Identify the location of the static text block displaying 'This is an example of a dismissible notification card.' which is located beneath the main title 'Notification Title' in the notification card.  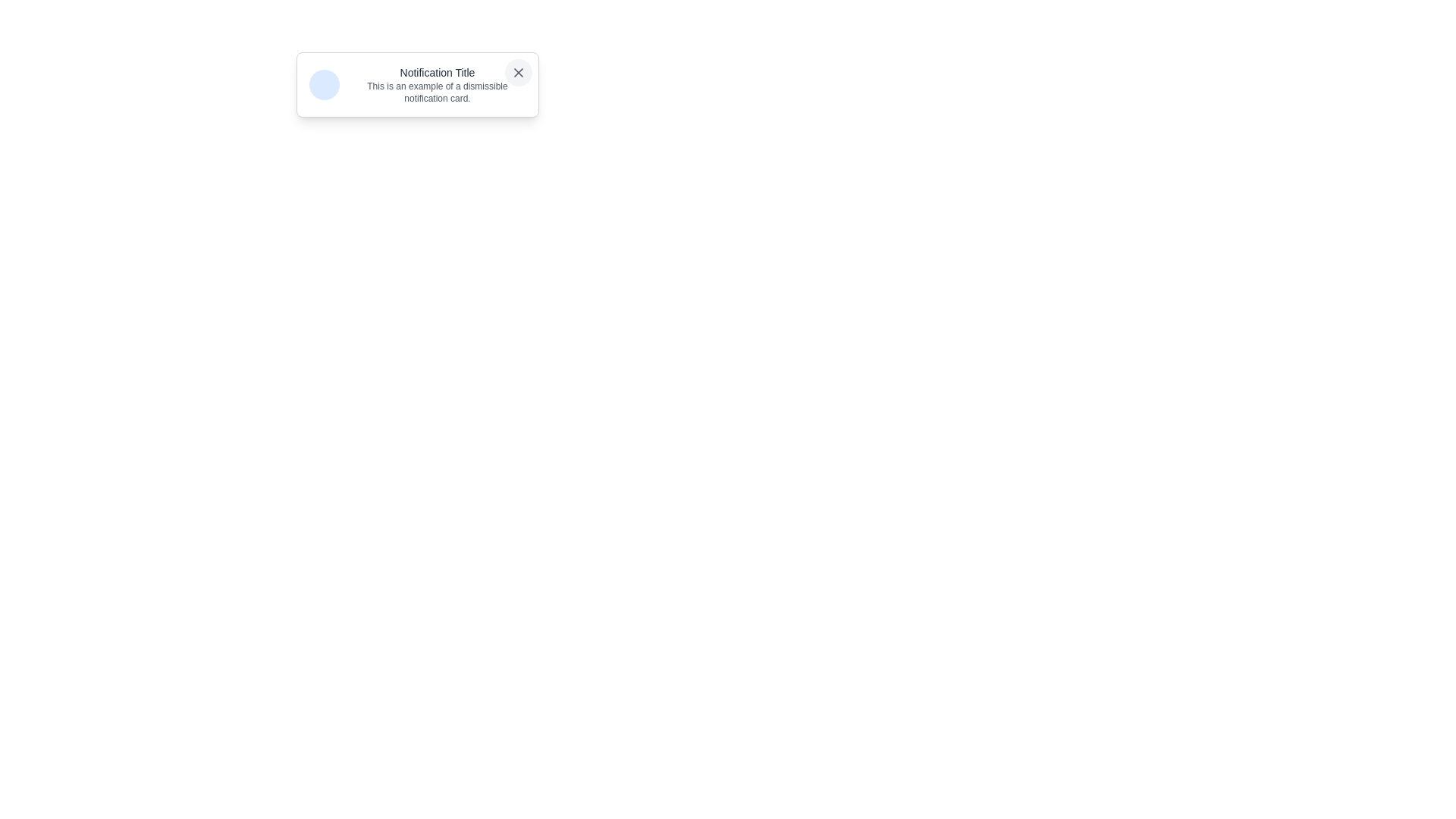
(436, 93).